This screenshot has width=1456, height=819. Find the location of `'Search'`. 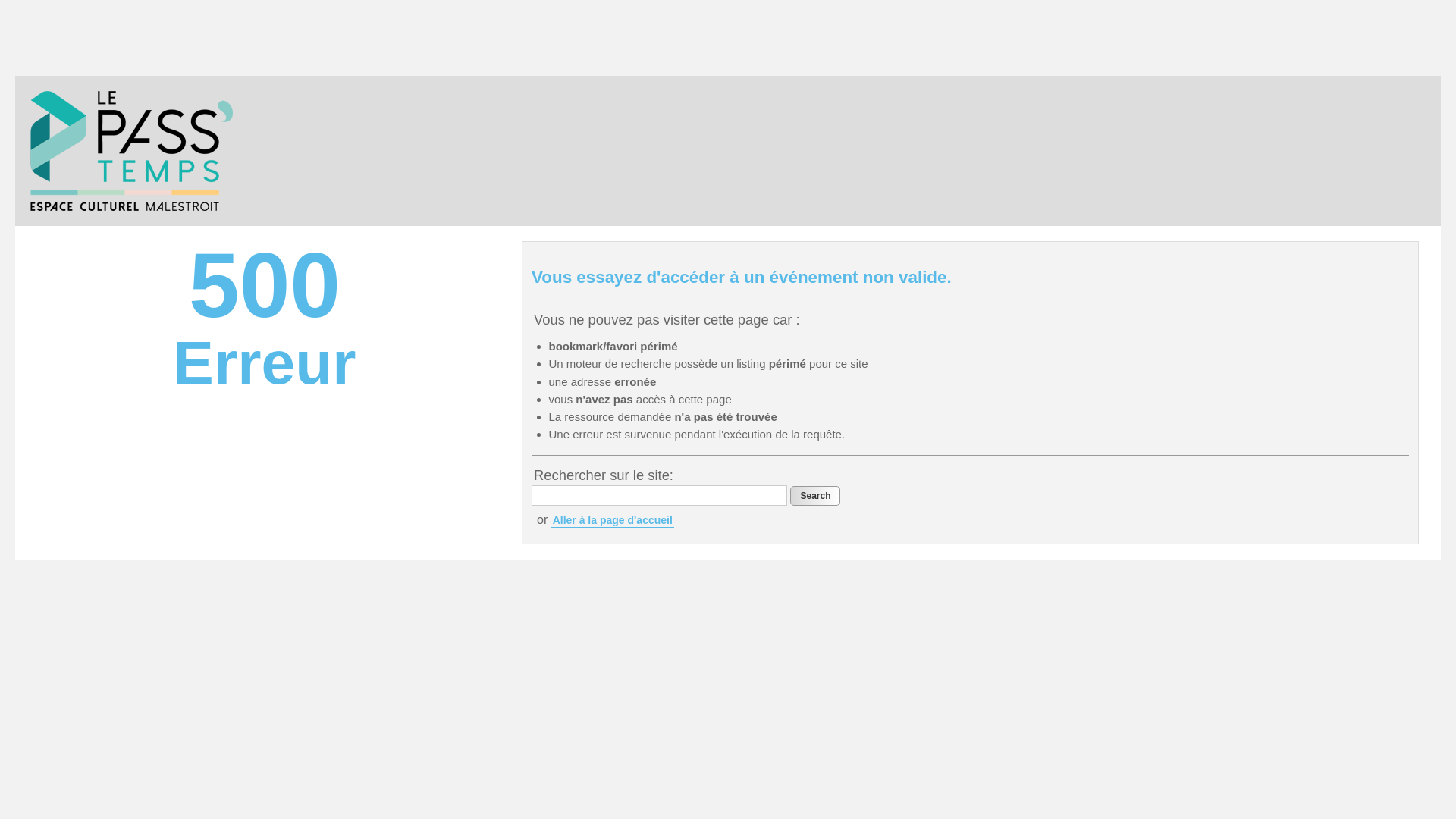

'Search' is located at coordinates (814, 496).